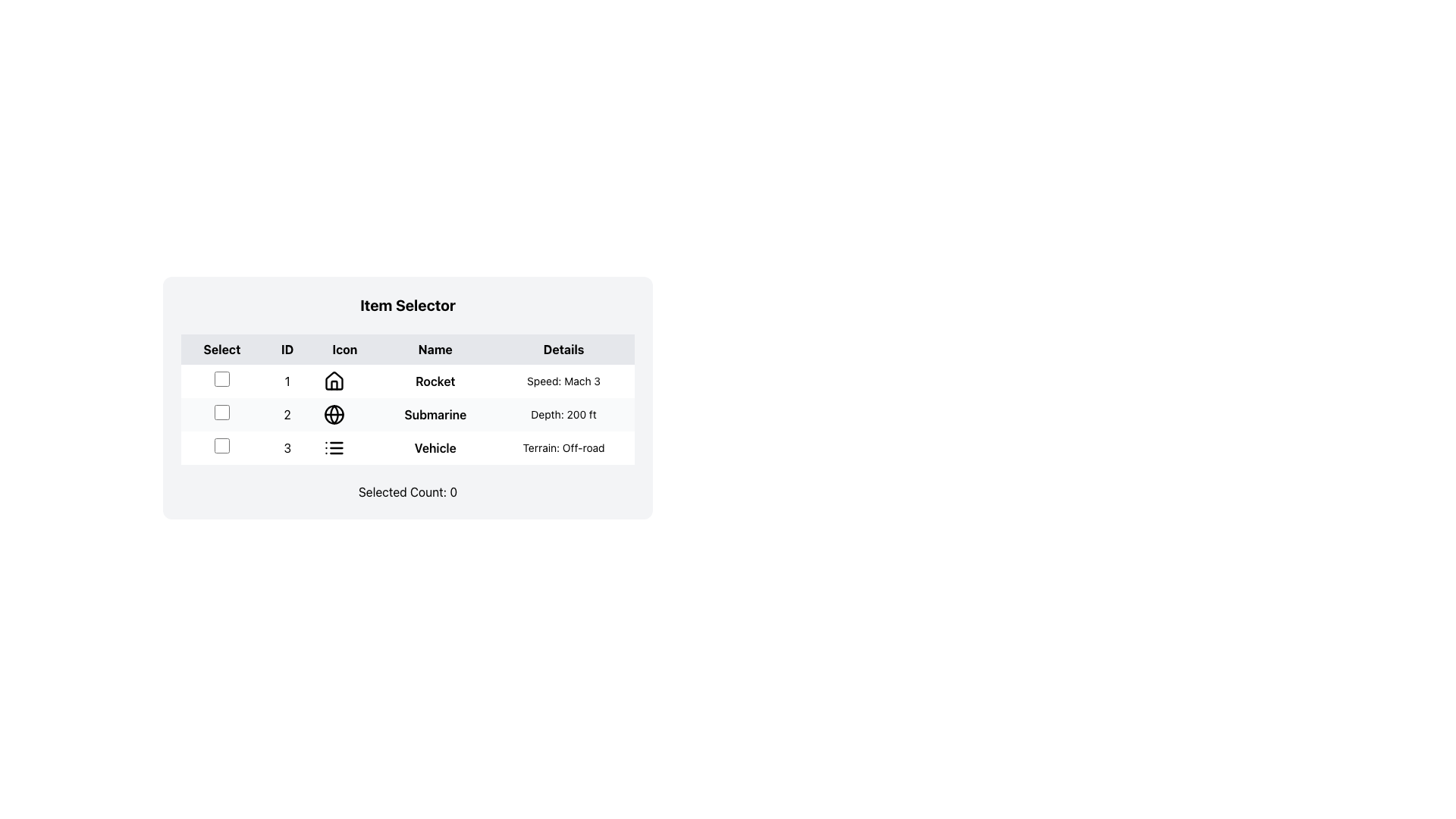 This screenshot has height=819, width=1456. Describe the element at coordinates (563, 350) in the screenshot. I see `the Text Label in the table header that indicates the column for detailed information, located at the top-right corner of the header row` at that location.